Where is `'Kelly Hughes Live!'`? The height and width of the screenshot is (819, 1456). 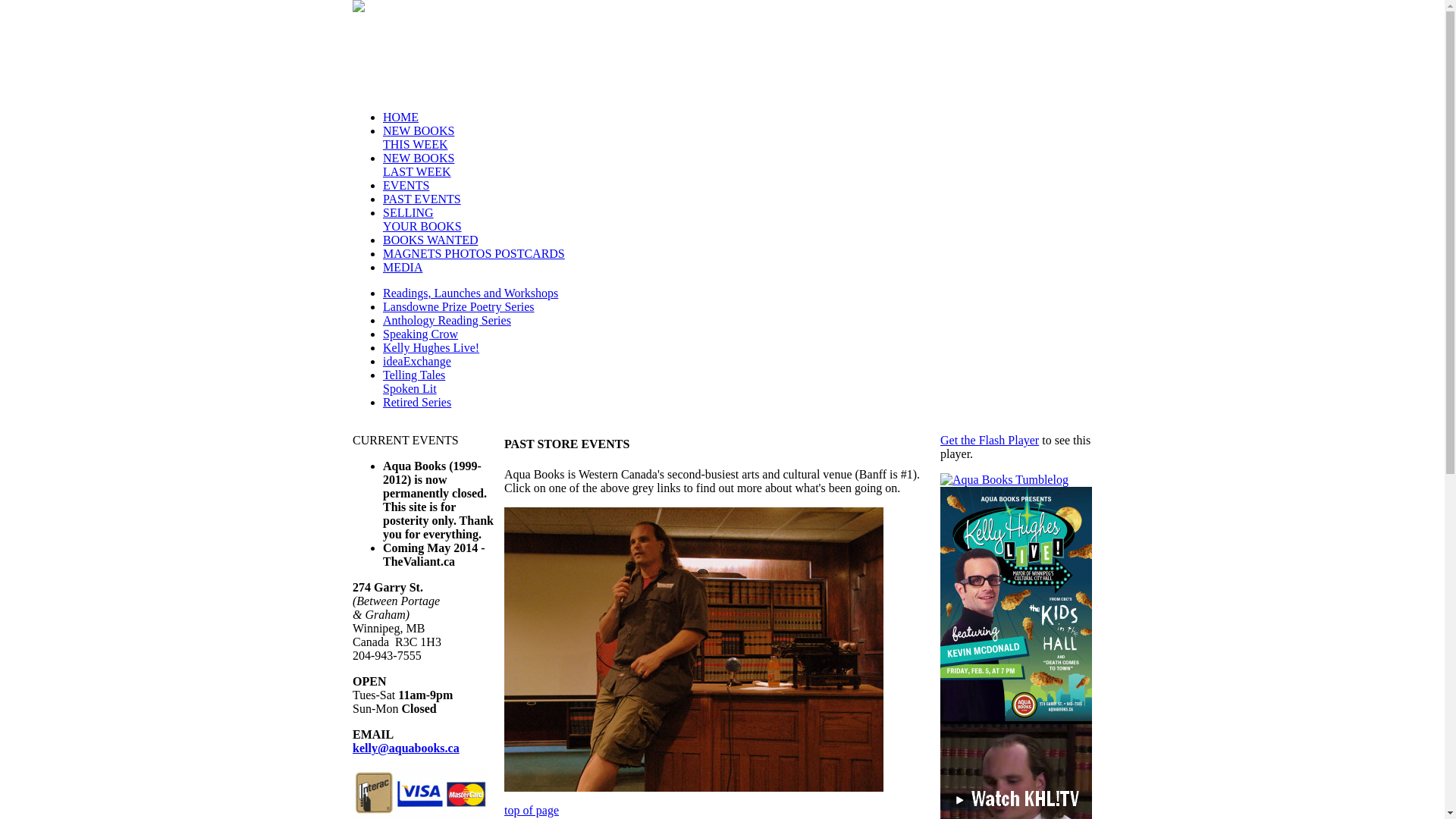
'Kelly Hughes Live!' is located at coordinates (430, 347).